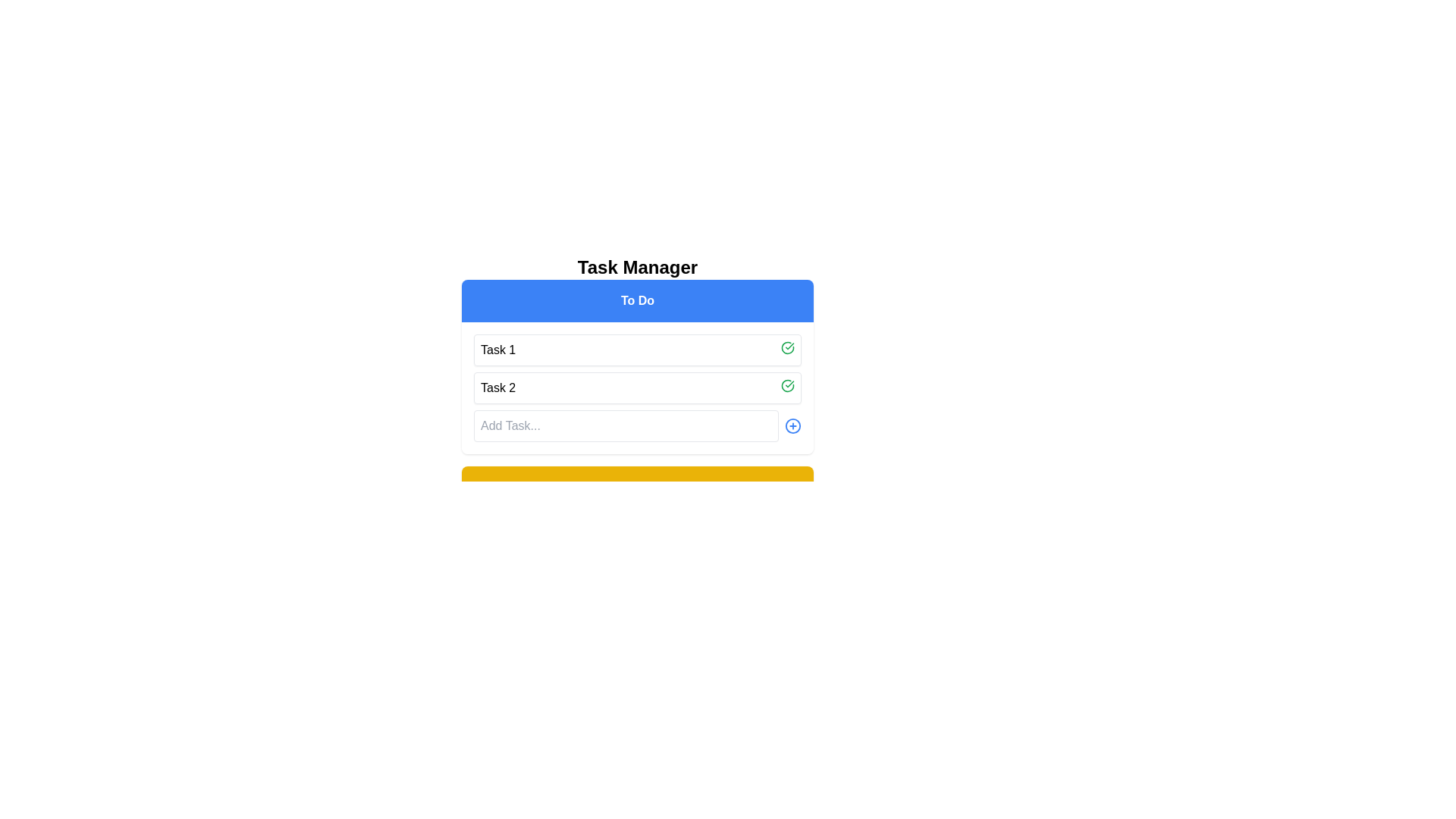  I want to click on the completion status icon for 'Task 1', located at the rightmost part of the 'Task 1' row in the task list interface, so click(787, 348).